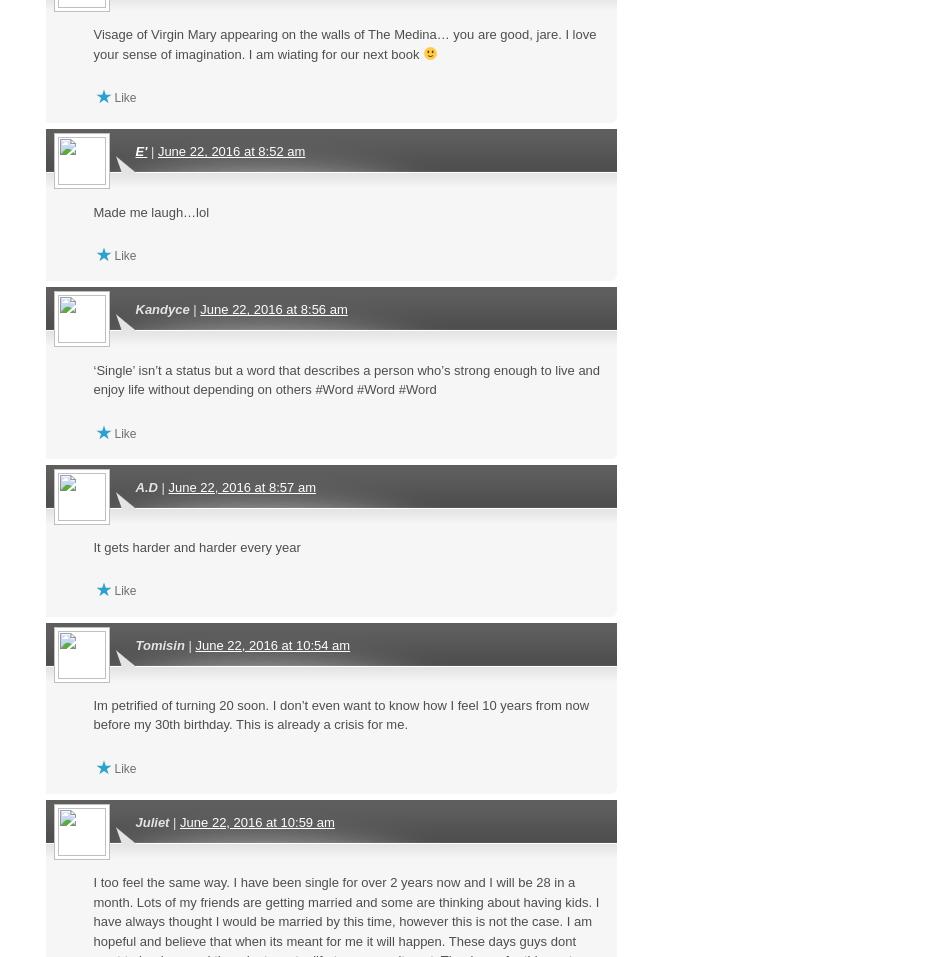  I want to click on 'It gets harder and harder every year', so click(196, 546).